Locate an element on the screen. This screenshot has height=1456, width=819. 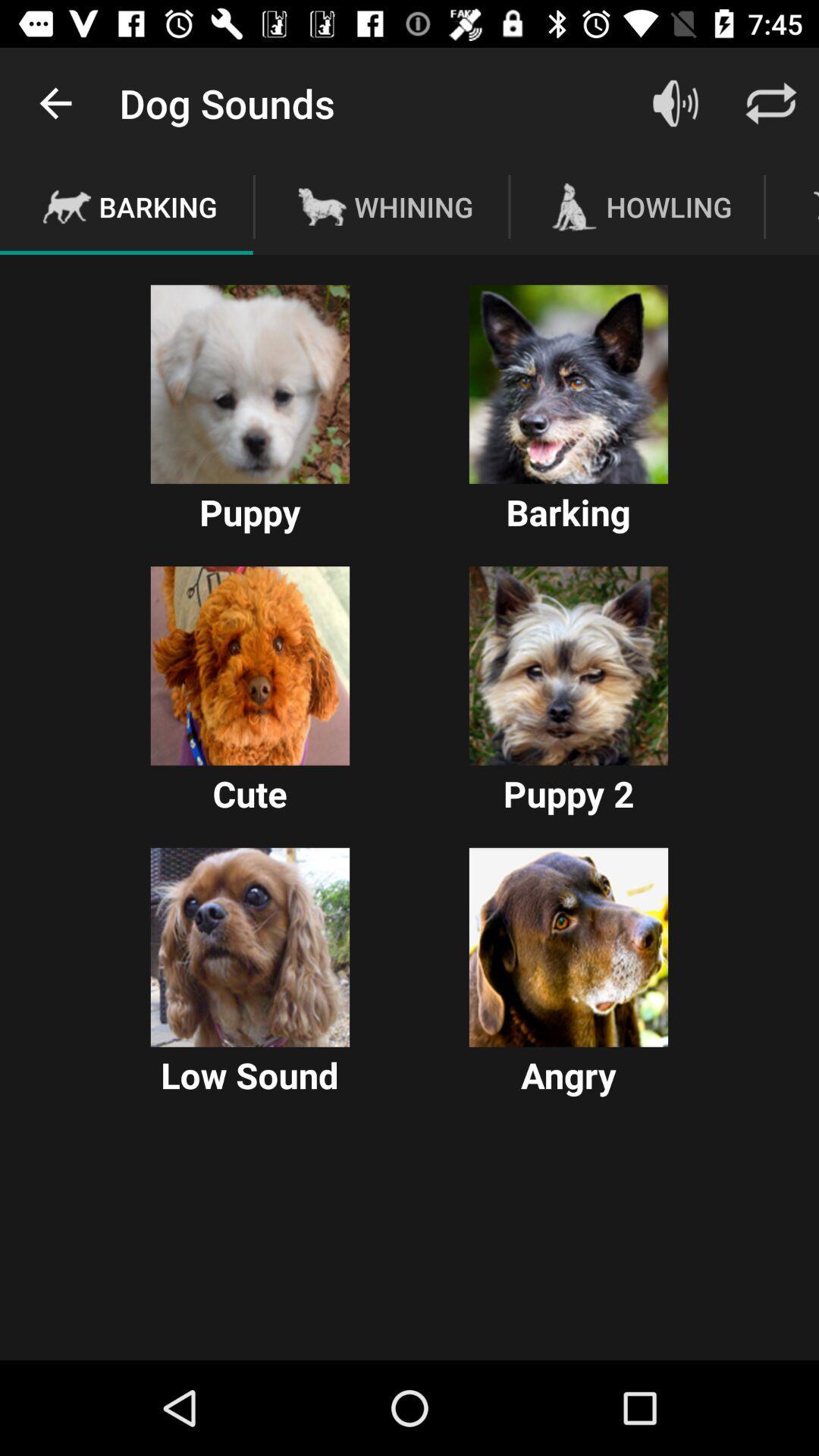
loop is located at coordinates (771, 102).